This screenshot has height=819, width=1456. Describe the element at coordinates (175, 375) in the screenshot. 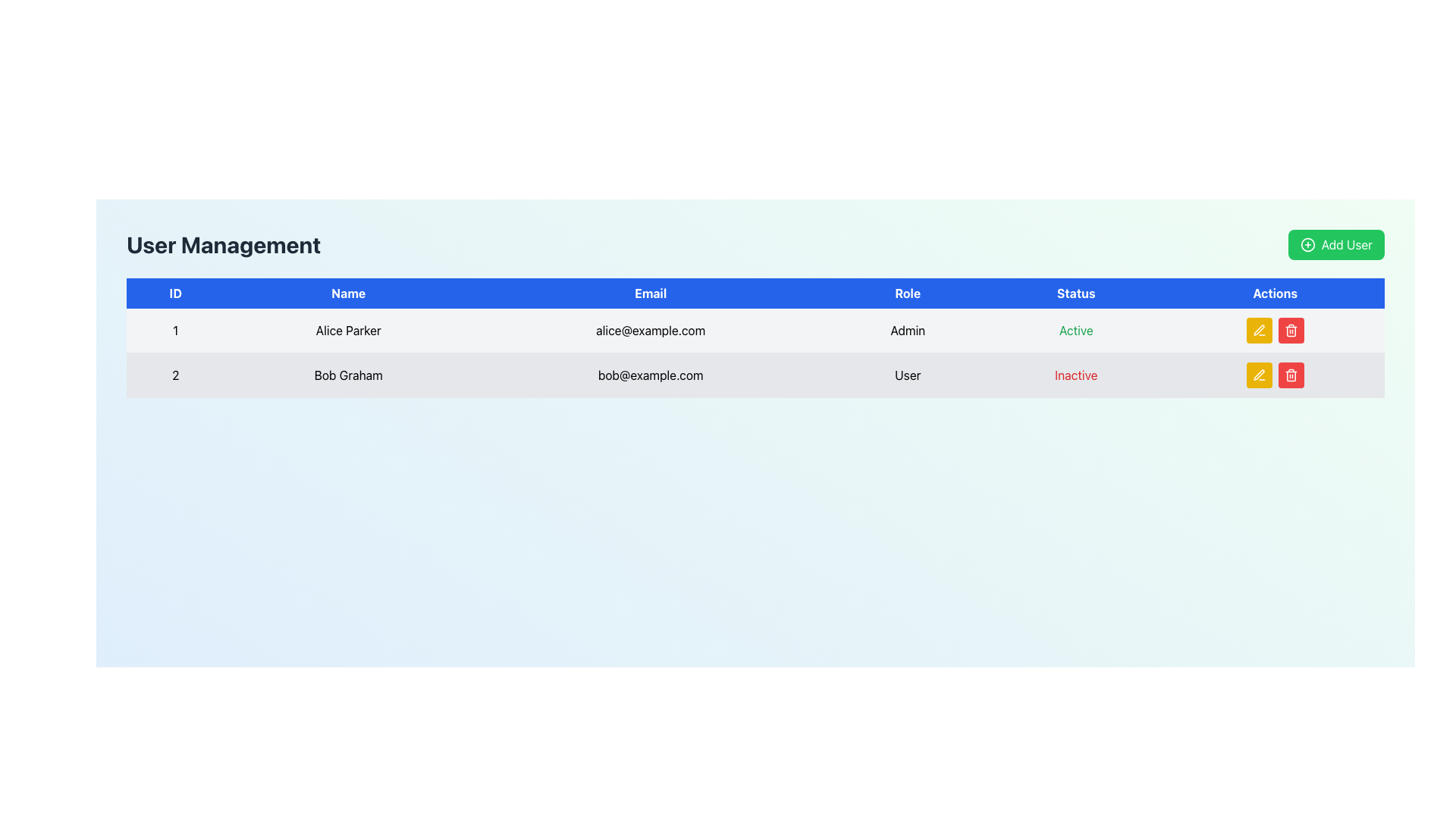

I see `the text displayed in the 'ID' text label for user 'Bob Graham' located in the second row of the 'User Management' table` at that location.